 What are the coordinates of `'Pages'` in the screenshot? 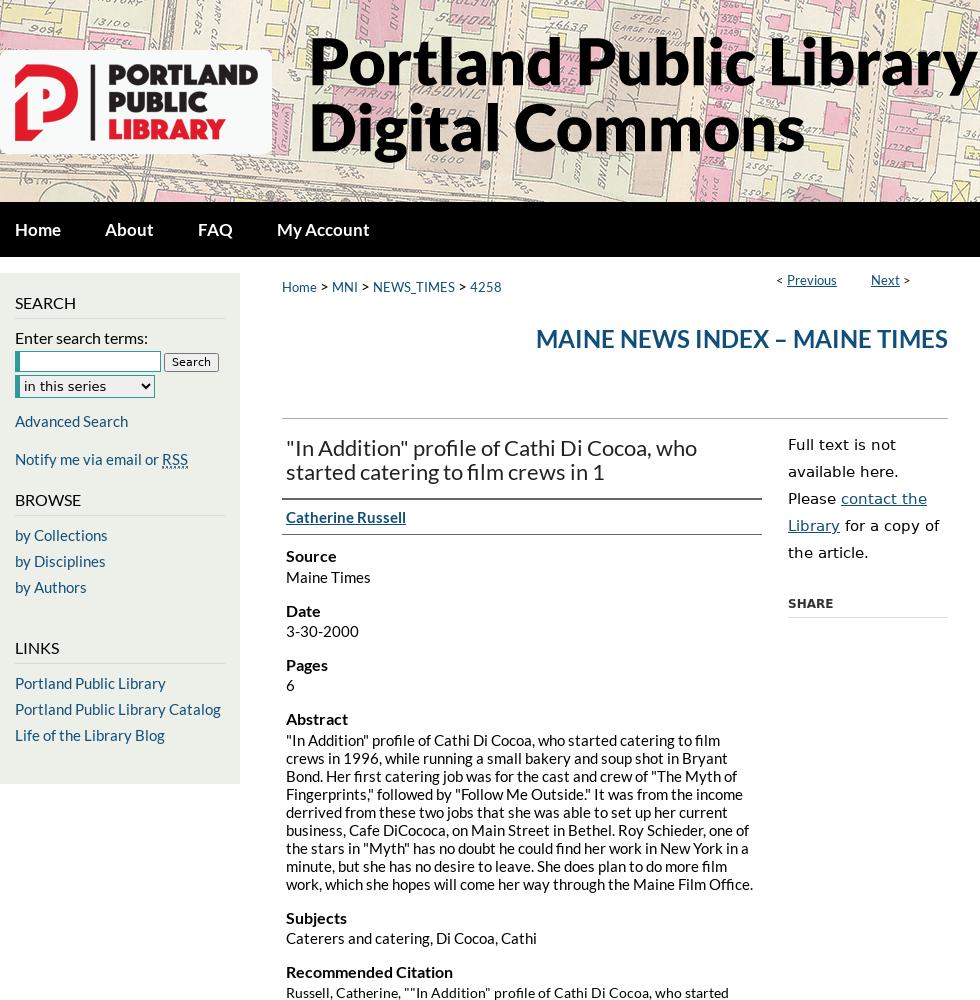 It's located at (307, 664).